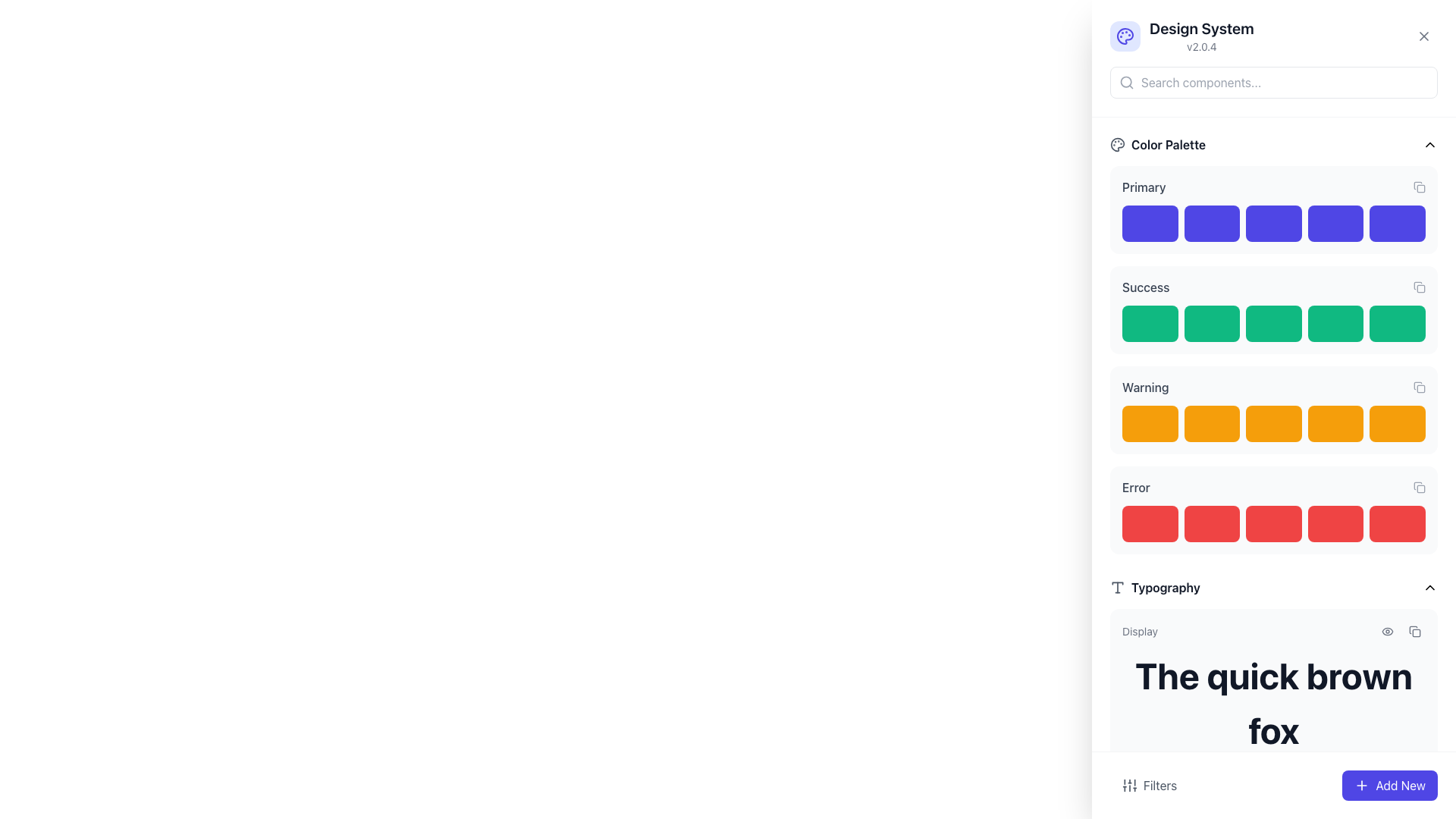 The height and width of the screenshot is (819, 1456). I want to click on the 'Success' text label located in the 'Color Palette' section, which is positioned above a row of green color swatches, so click(1146, 287).